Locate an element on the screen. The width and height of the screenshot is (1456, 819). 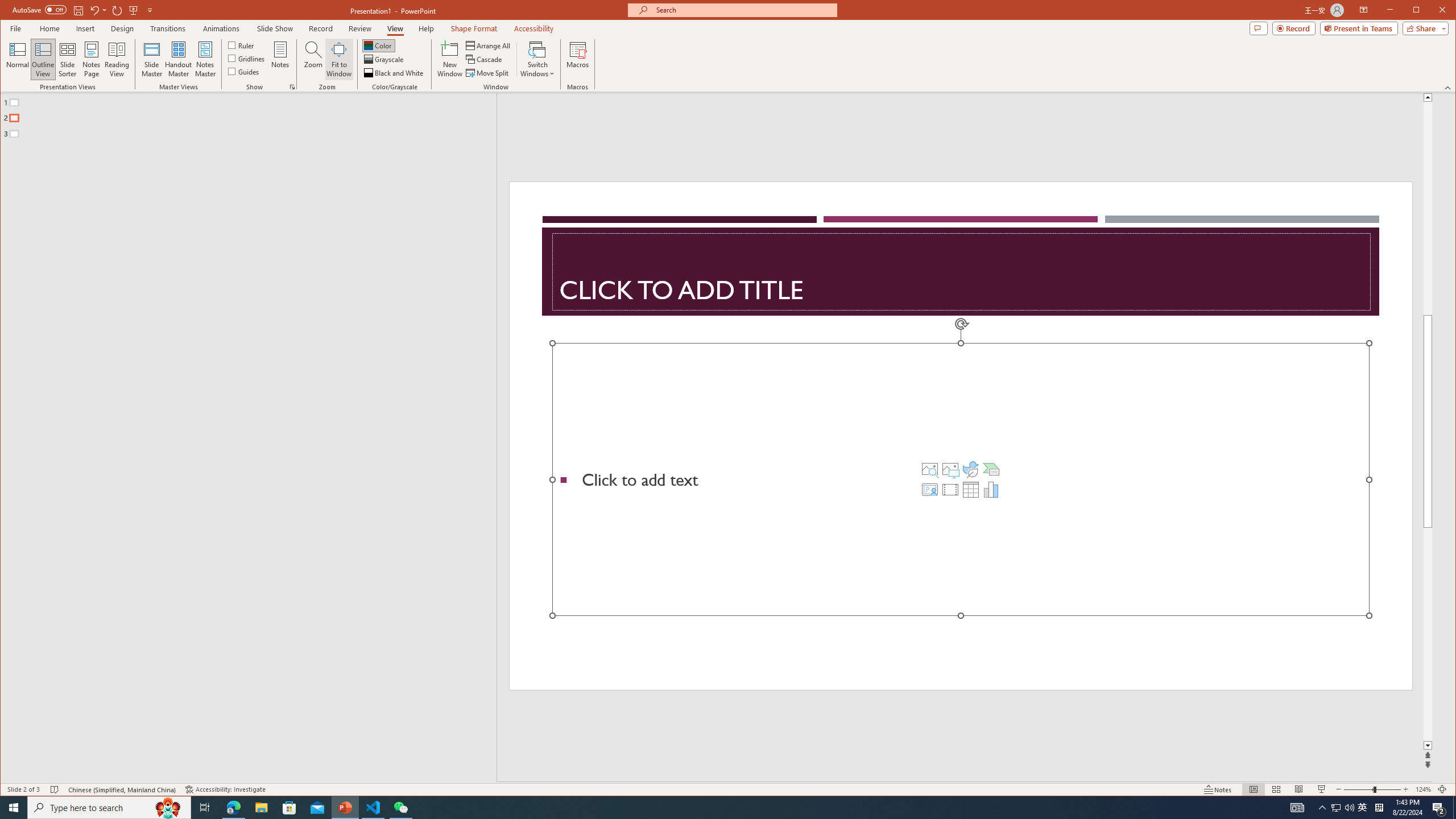
'Insert a SmartArt Graphic' is located at coordinates (991, 469).